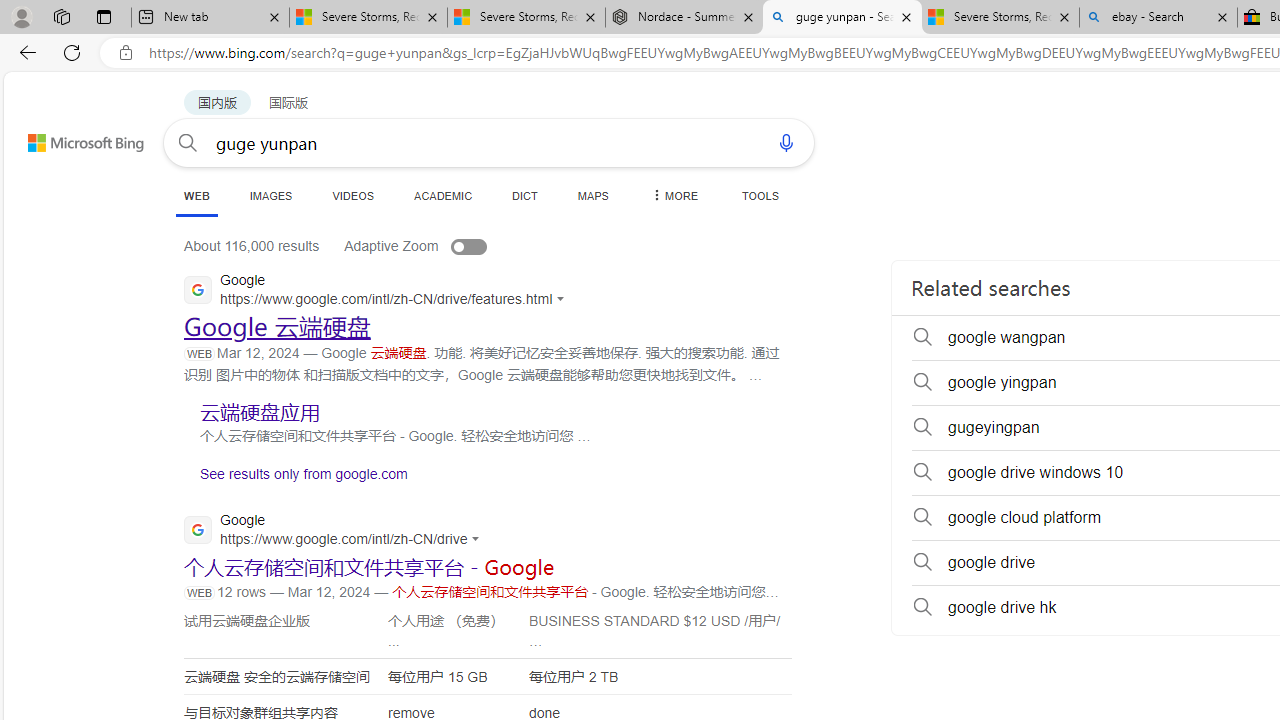 The height and width of the screenshot is (720, 1280). I want to click on 'New tab', so click(210, 17).